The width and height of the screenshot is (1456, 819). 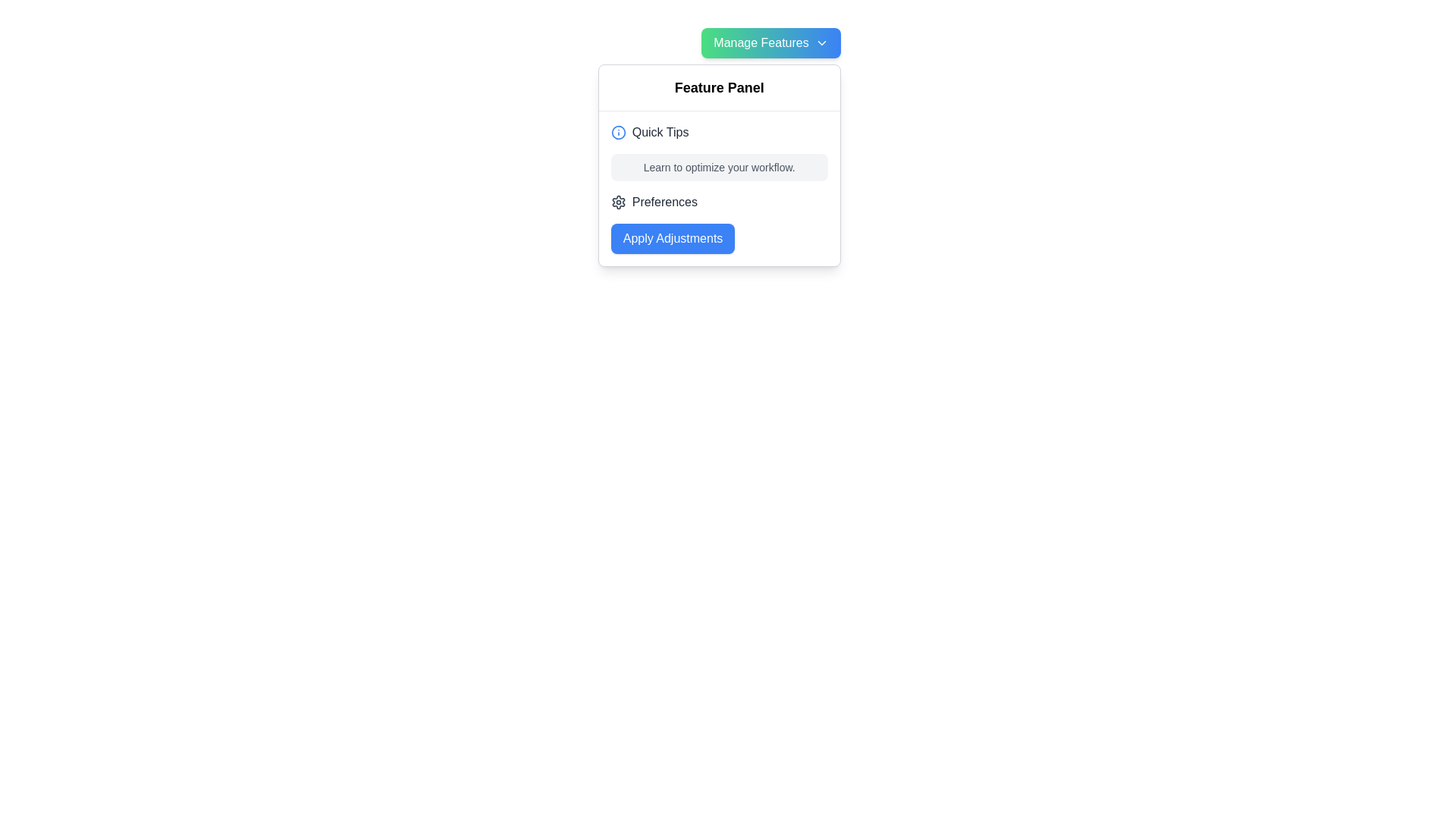 What do you see at coordinates (718, 167) in the screenshot?
I see `the TextLabel that provides guidance related to the 'Quick Tips' section located under the blue 'Quick Tips' label and icon in the main 'Feature Panel'` at bounding box center [718, 167].